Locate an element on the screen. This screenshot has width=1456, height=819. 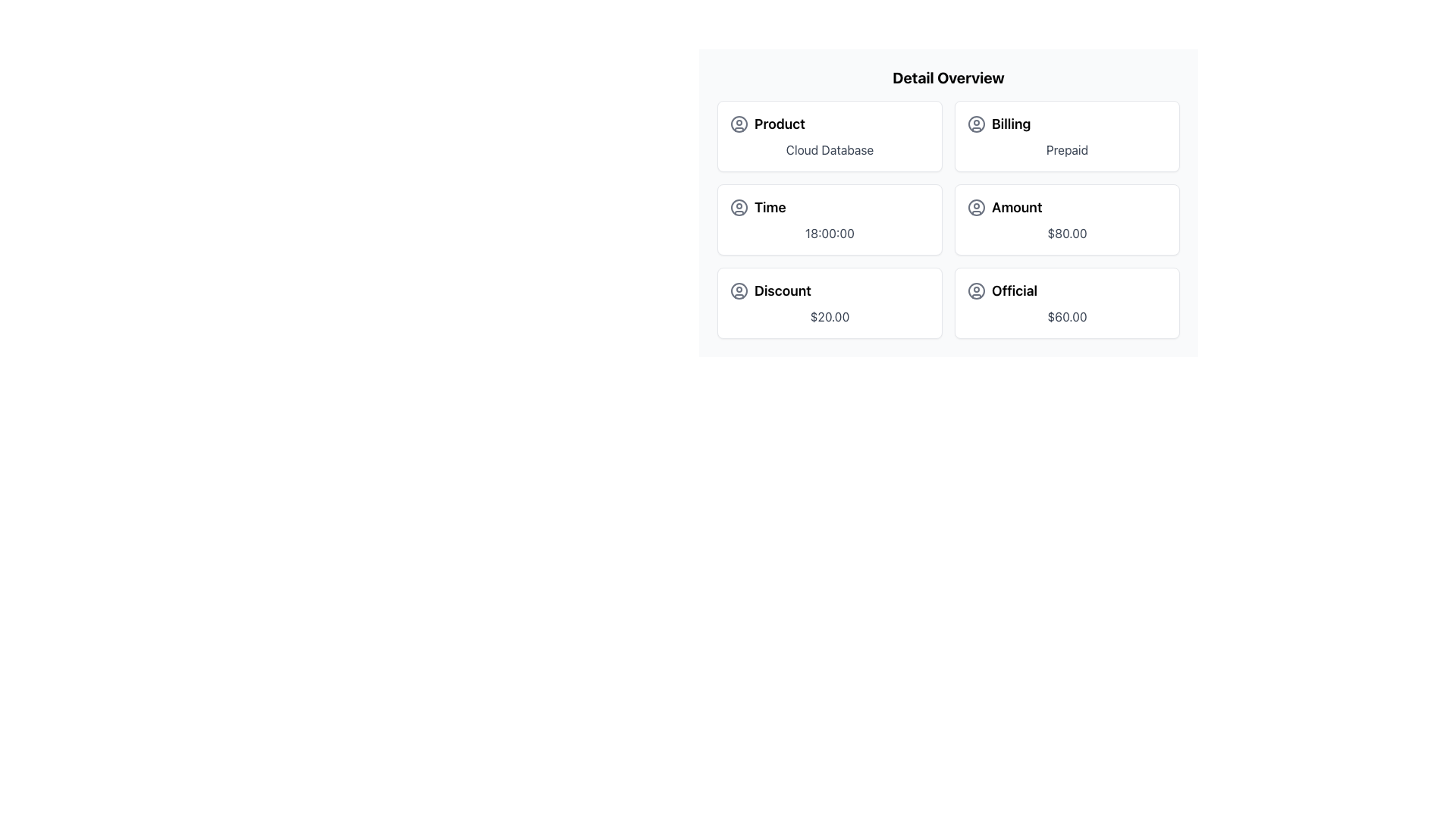
the Text label that identifies a section within the overview table, located to the left of the 'Billing' label and above the 'Cloud Database' description is located at coordinates (780, 124).